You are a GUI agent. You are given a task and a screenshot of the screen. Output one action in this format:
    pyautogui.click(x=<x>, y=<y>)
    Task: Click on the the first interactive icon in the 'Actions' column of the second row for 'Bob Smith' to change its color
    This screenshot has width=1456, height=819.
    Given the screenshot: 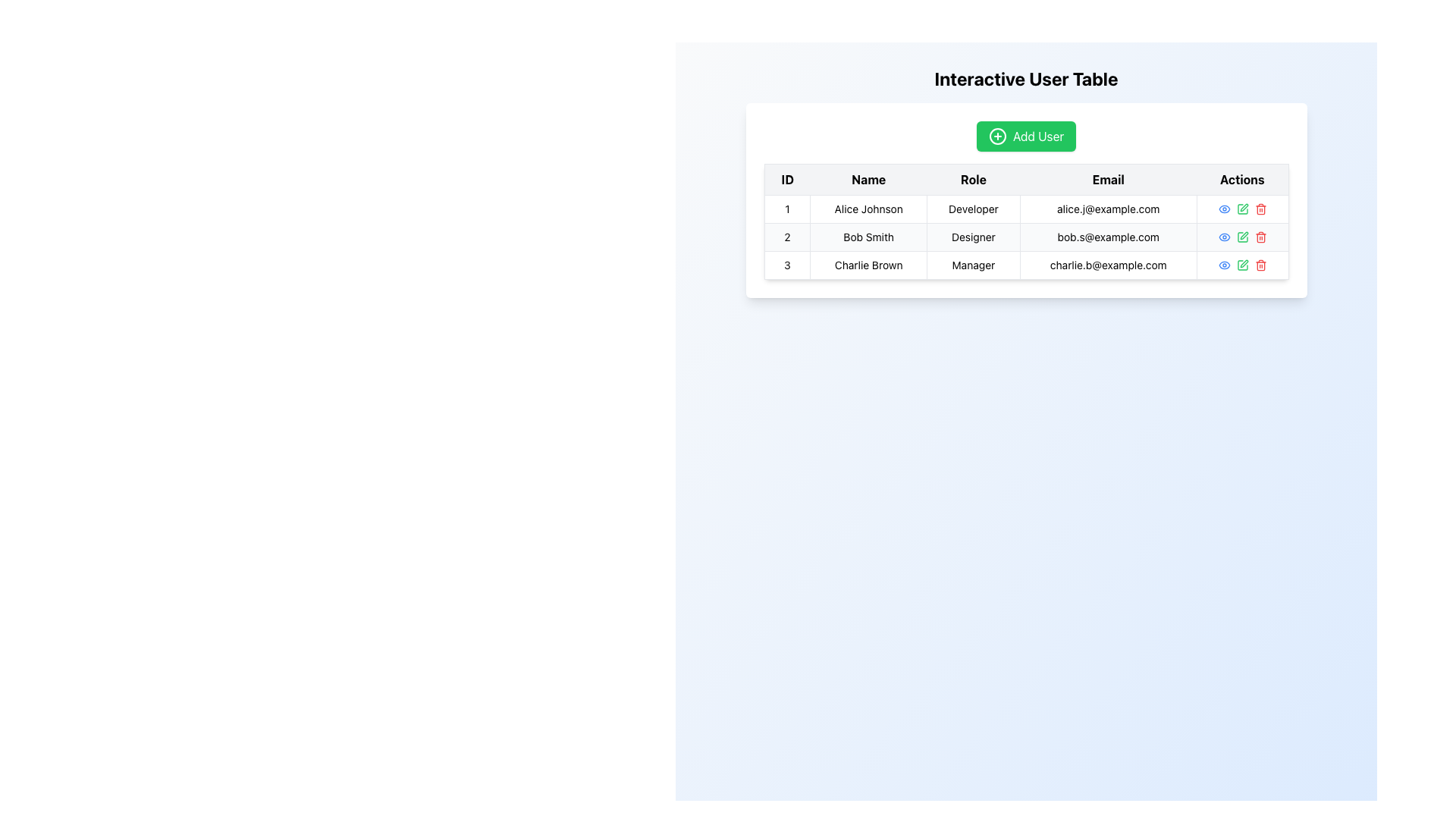 What is the action you would take?
    pyautogui.click(x=1224, y=237)
    